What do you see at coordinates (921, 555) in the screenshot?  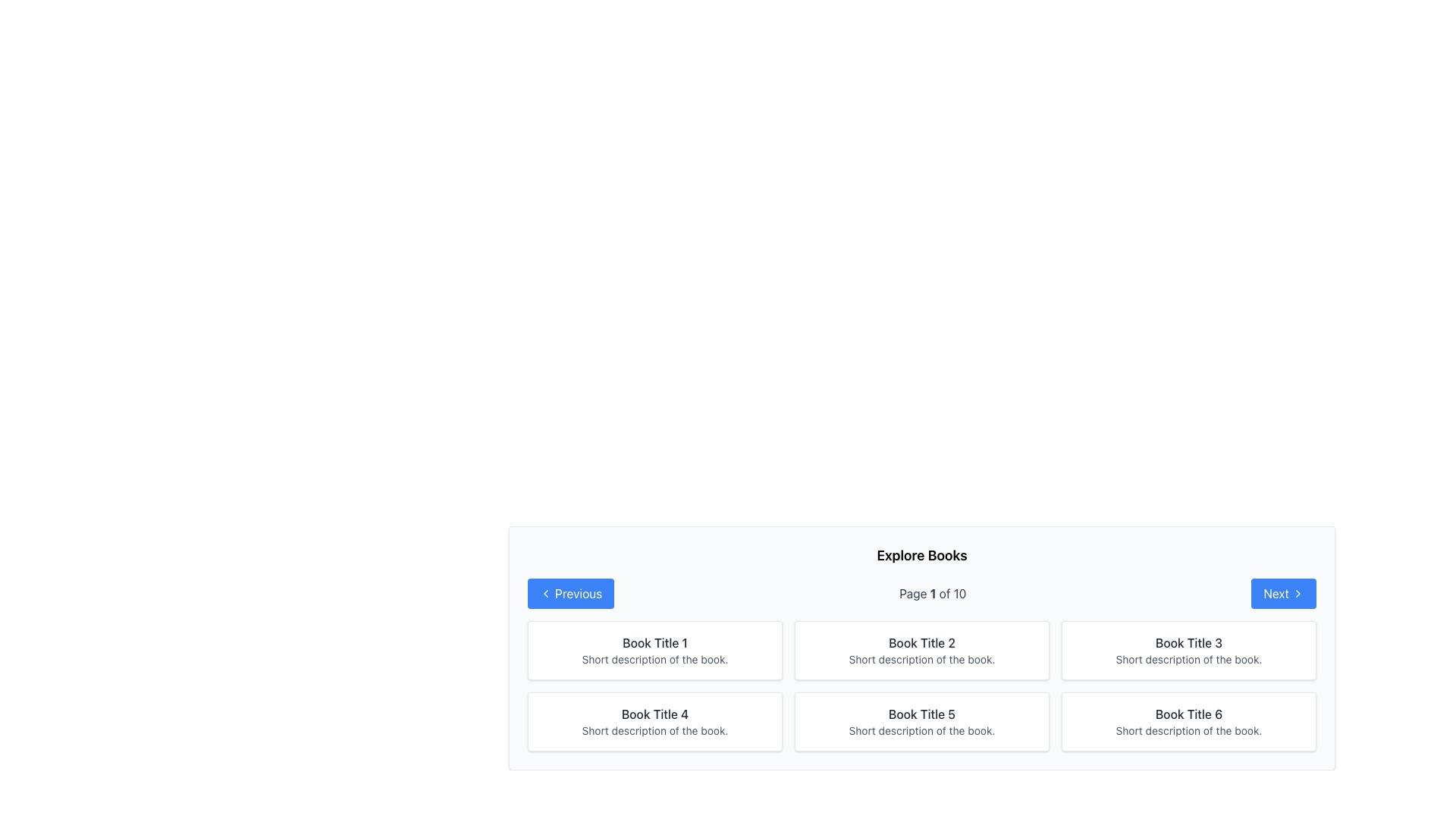 I see `the section heading text element that introduces the list of books, located at the top center of the paginated interface` at bounding box center [921, 555].